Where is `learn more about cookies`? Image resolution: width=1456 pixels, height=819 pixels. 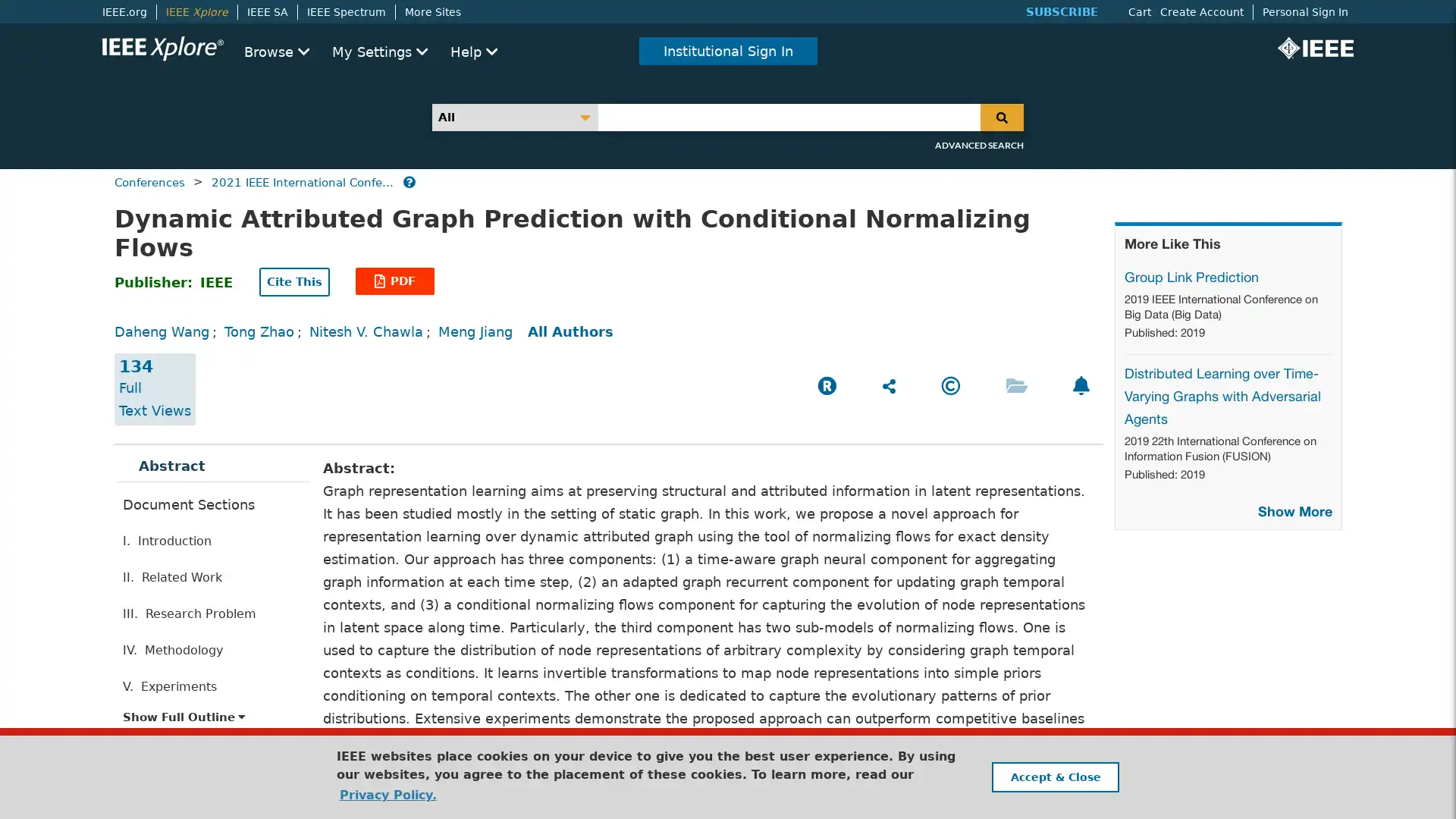
learn more about cookies is located at coordinates (387, 794).